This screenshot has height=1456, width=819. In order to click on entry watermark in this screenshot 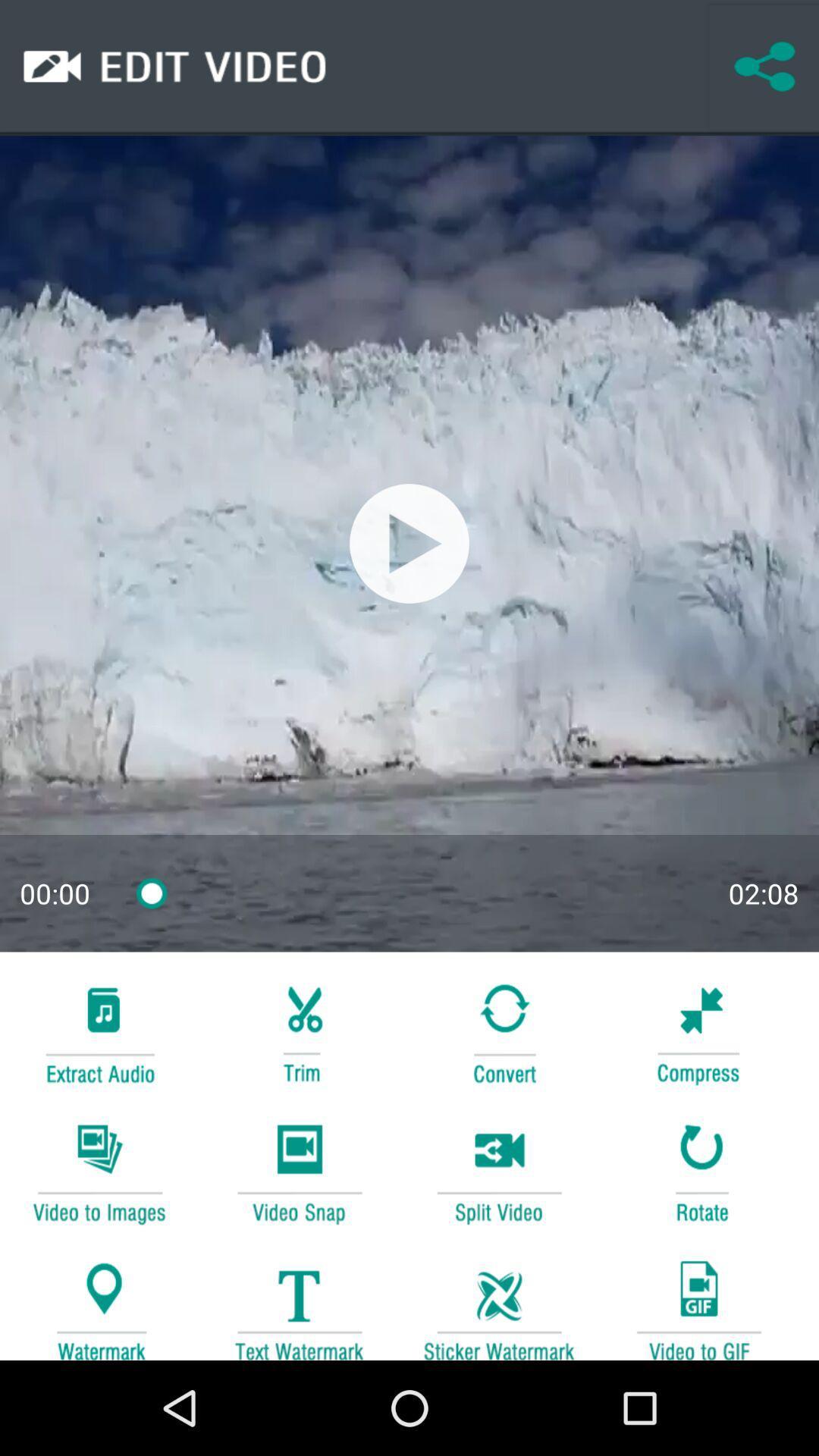, I will do `click(99, 1302)`.